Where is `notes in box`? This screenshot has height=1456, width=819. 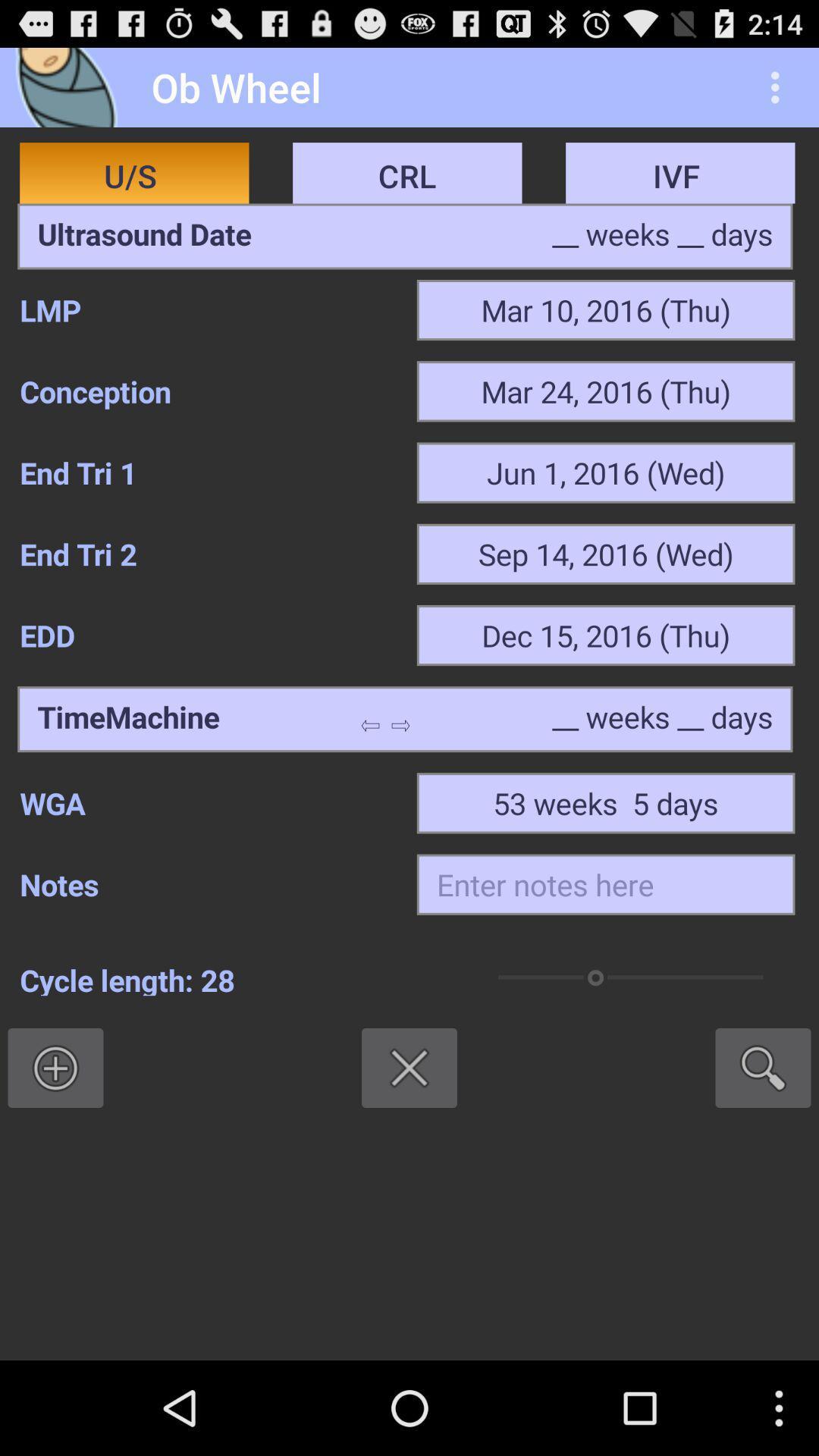
notes in box is located at coordinates (605, 884).